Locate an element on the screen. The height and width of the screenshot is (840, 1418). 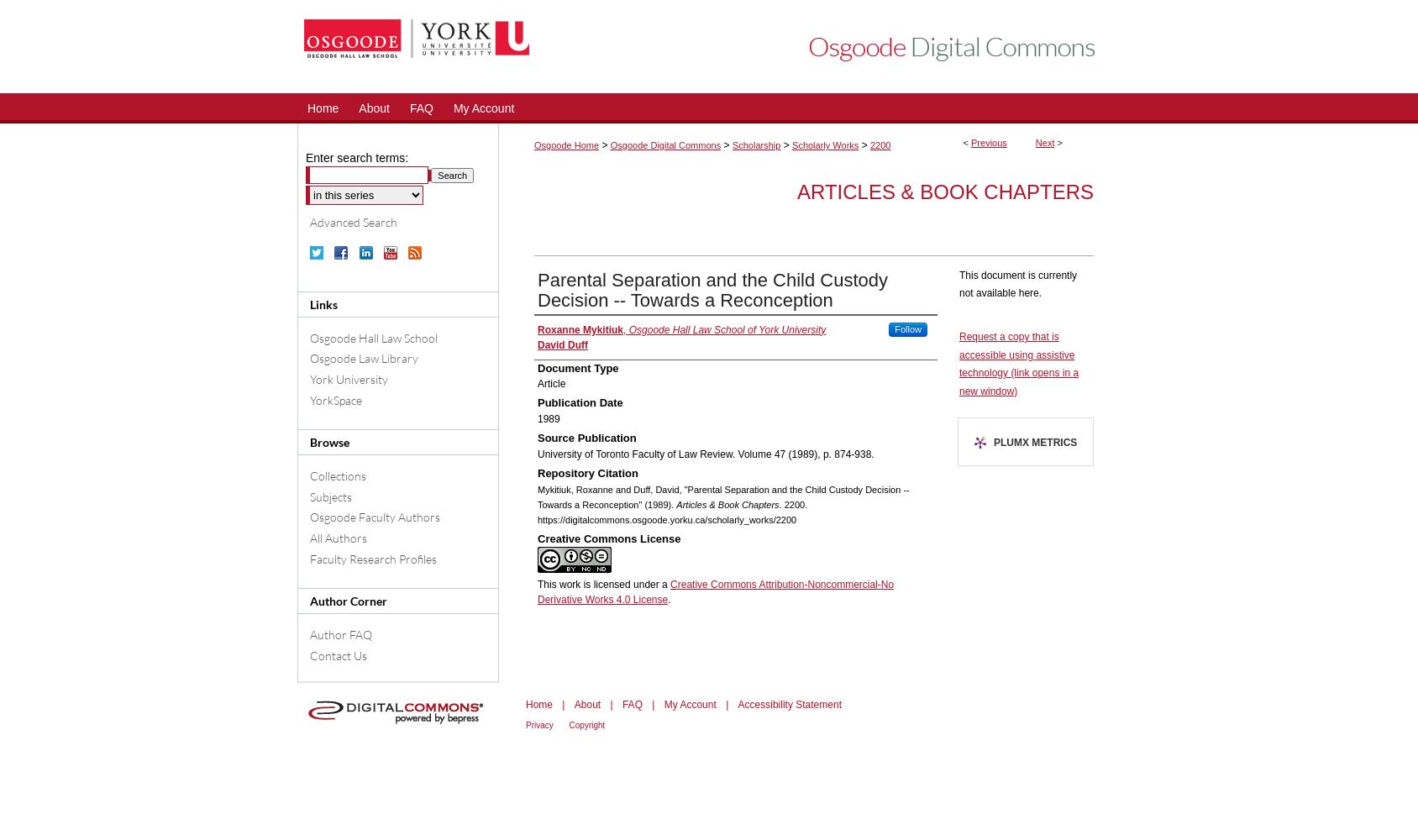
'Subjects' is located at coordinates (330, 495).